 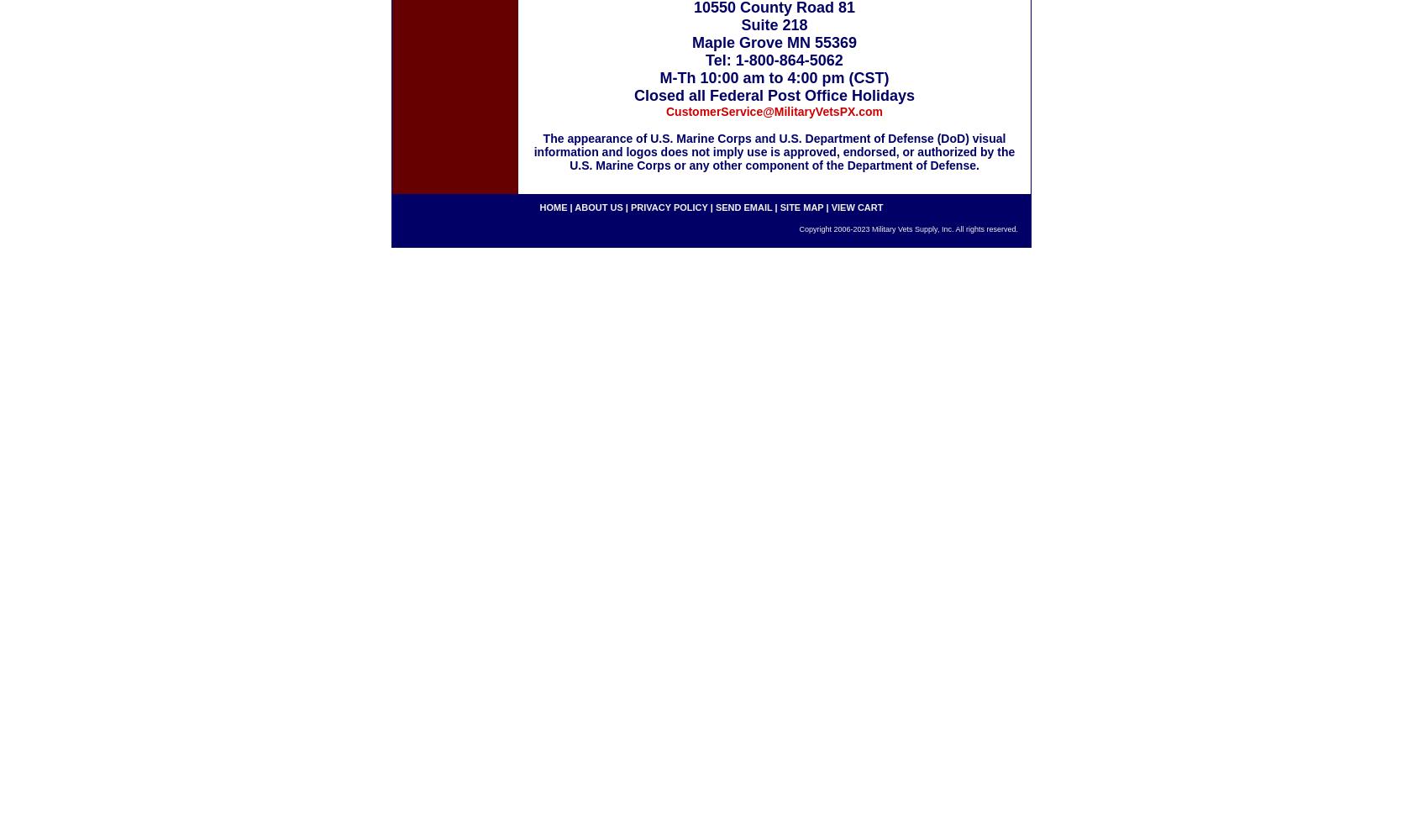 I want to click on 'CustomerService@MilitaryVetsPX.com', so click(x=665, y=112).